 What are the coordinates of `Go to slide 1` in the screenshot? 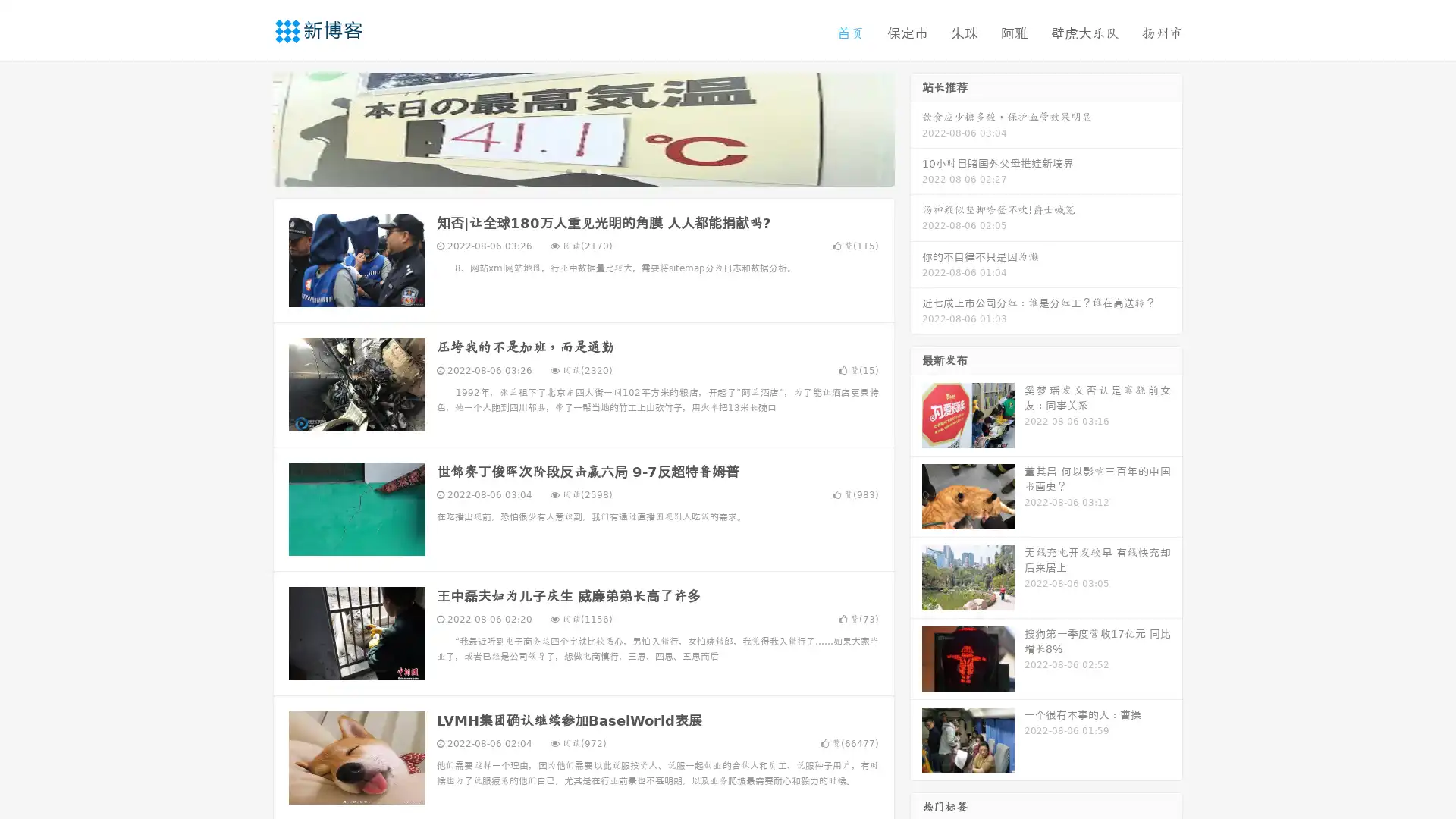 It's located at (567, 171).